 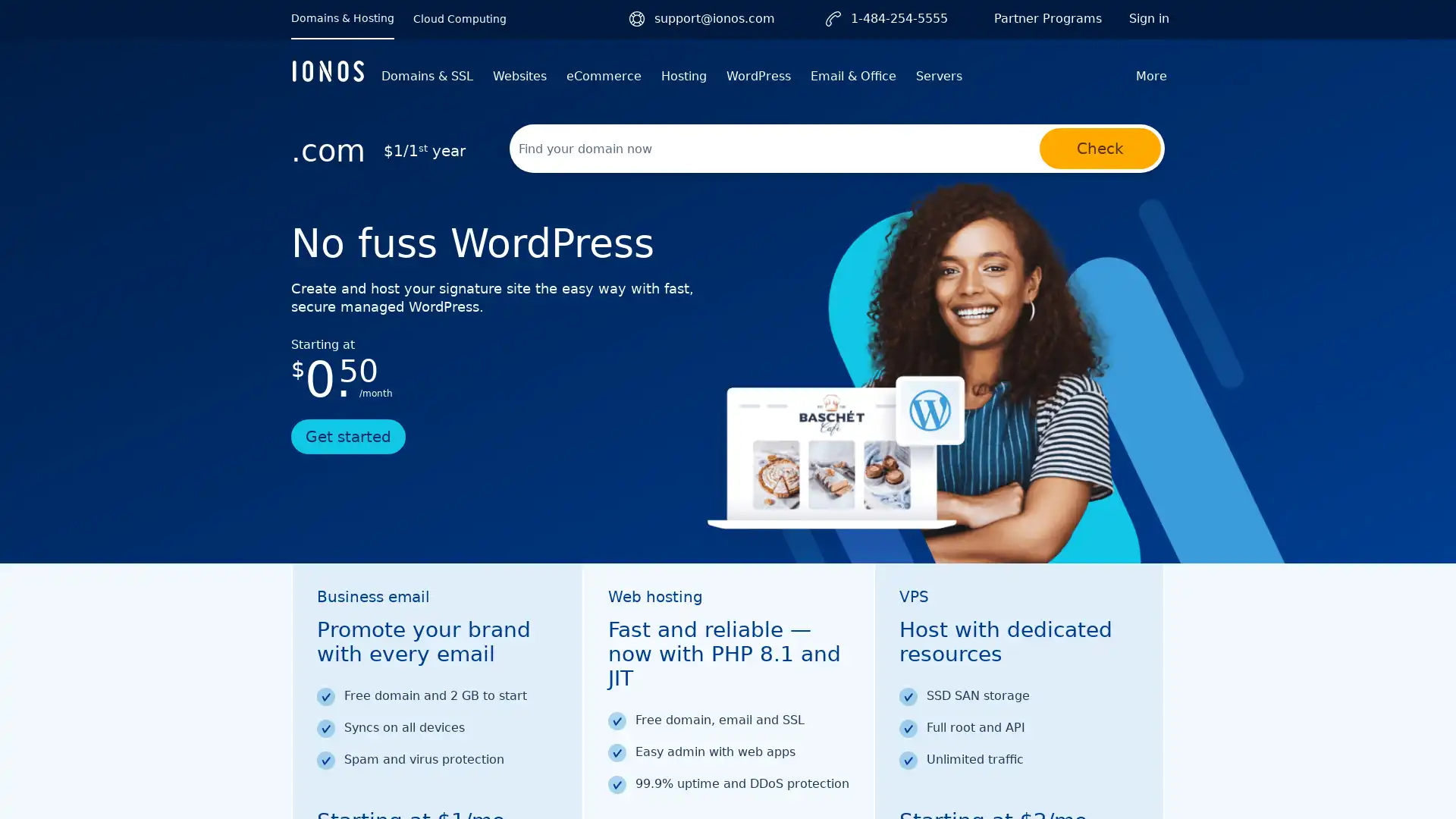 I want to click on Servers, so click(x=938, y=76).